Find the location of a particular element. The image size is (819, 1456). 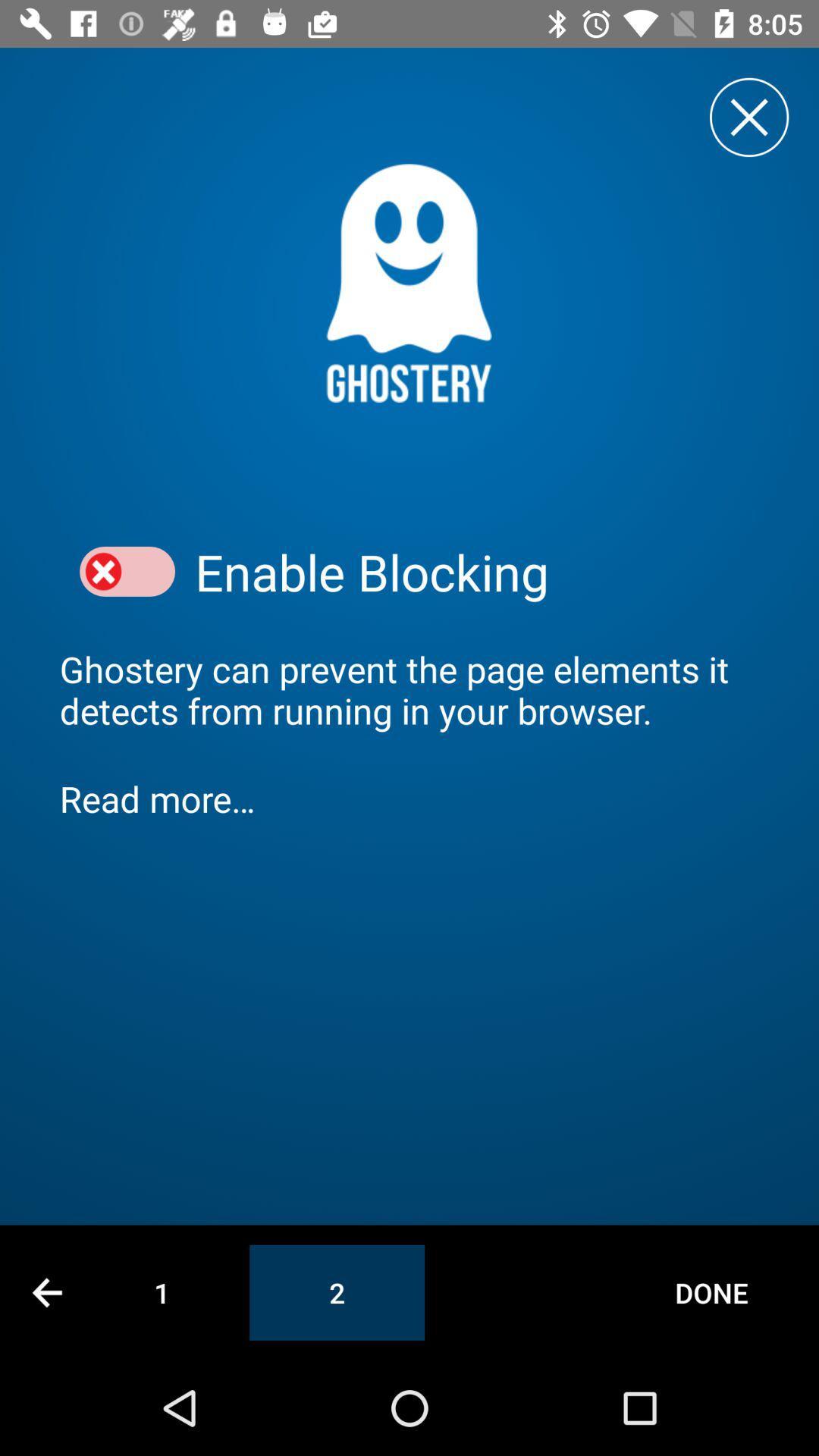

the icon to the left of the enable blocking item is located at coordinates (127, 571).